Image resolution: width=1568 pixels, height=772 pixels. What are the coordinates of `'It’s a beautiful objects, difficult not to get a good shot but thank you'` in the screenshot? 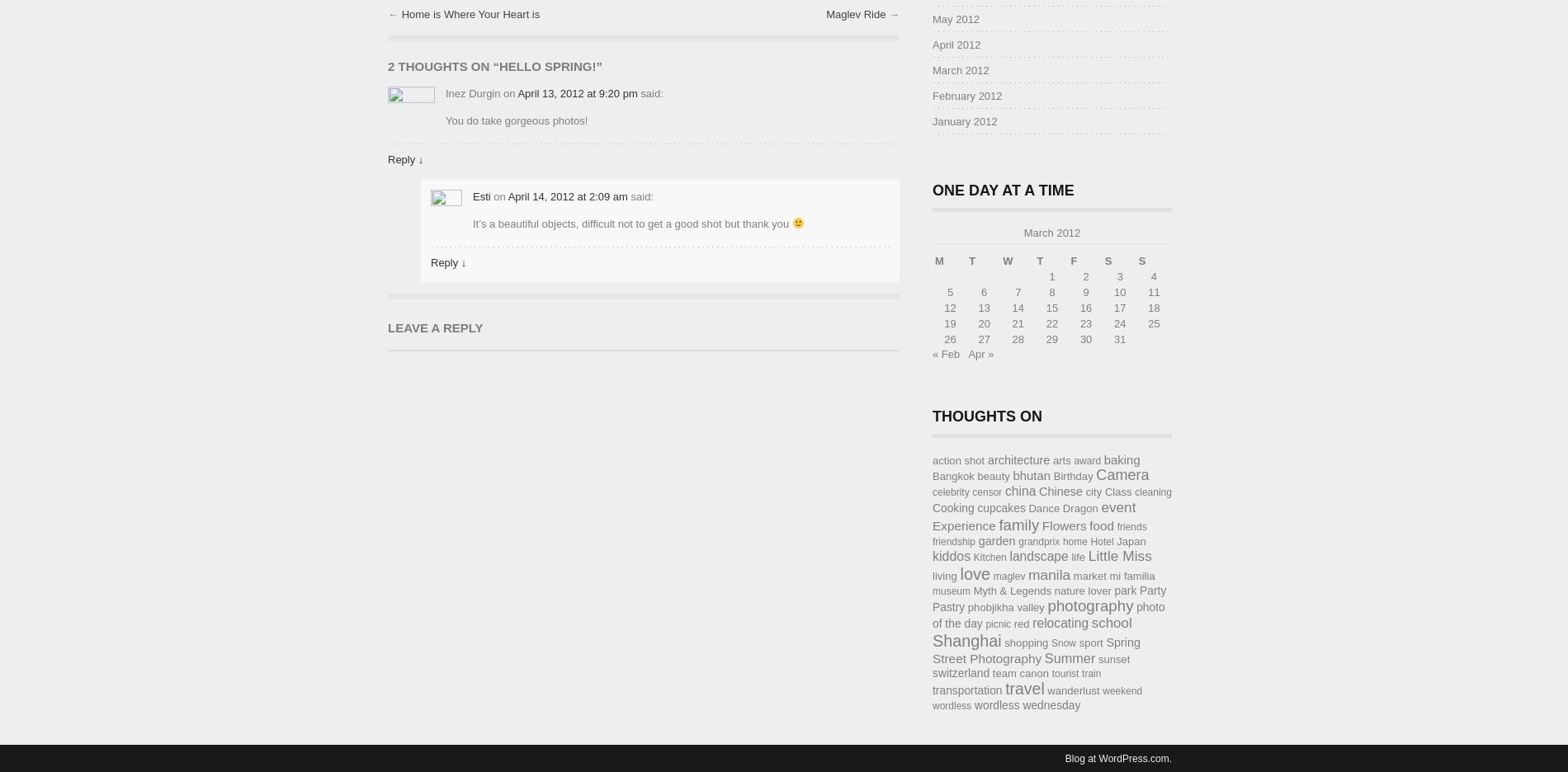 It's located at (631, 222).